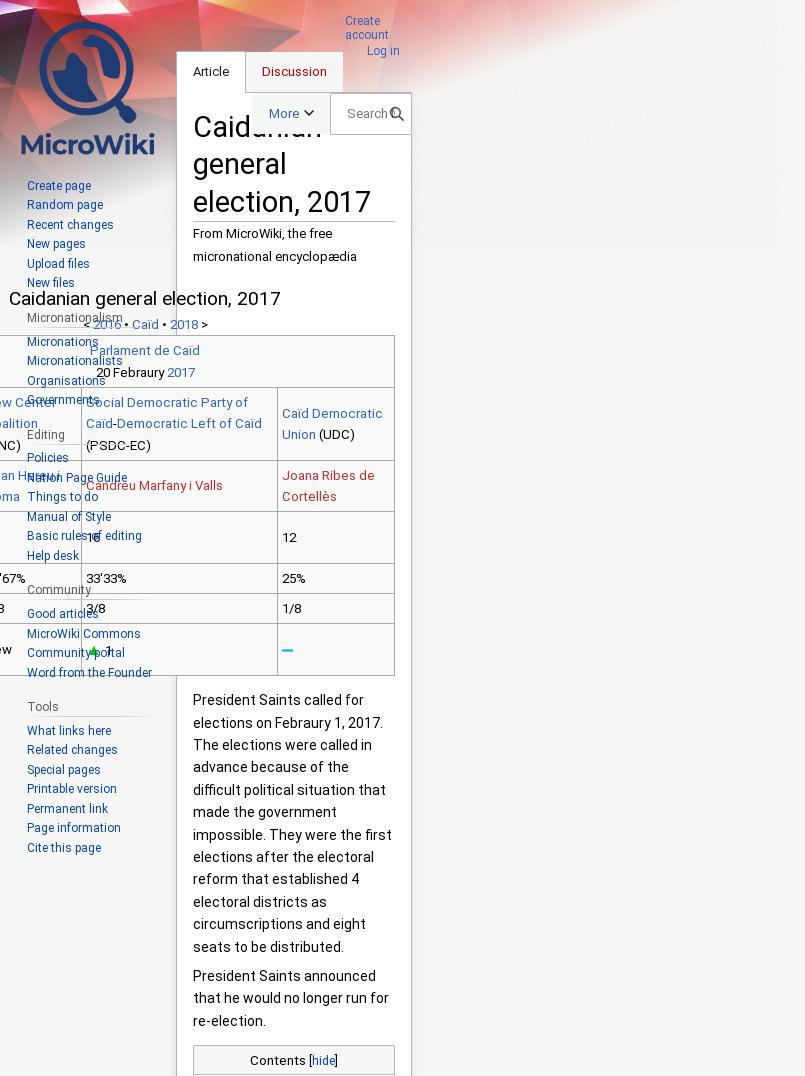 The width and height of the screenshot is (805, 1076). What do you see at coordinates (292, 576) in the screenshot?
I see `'25%'` at bounding box center [292, 576].